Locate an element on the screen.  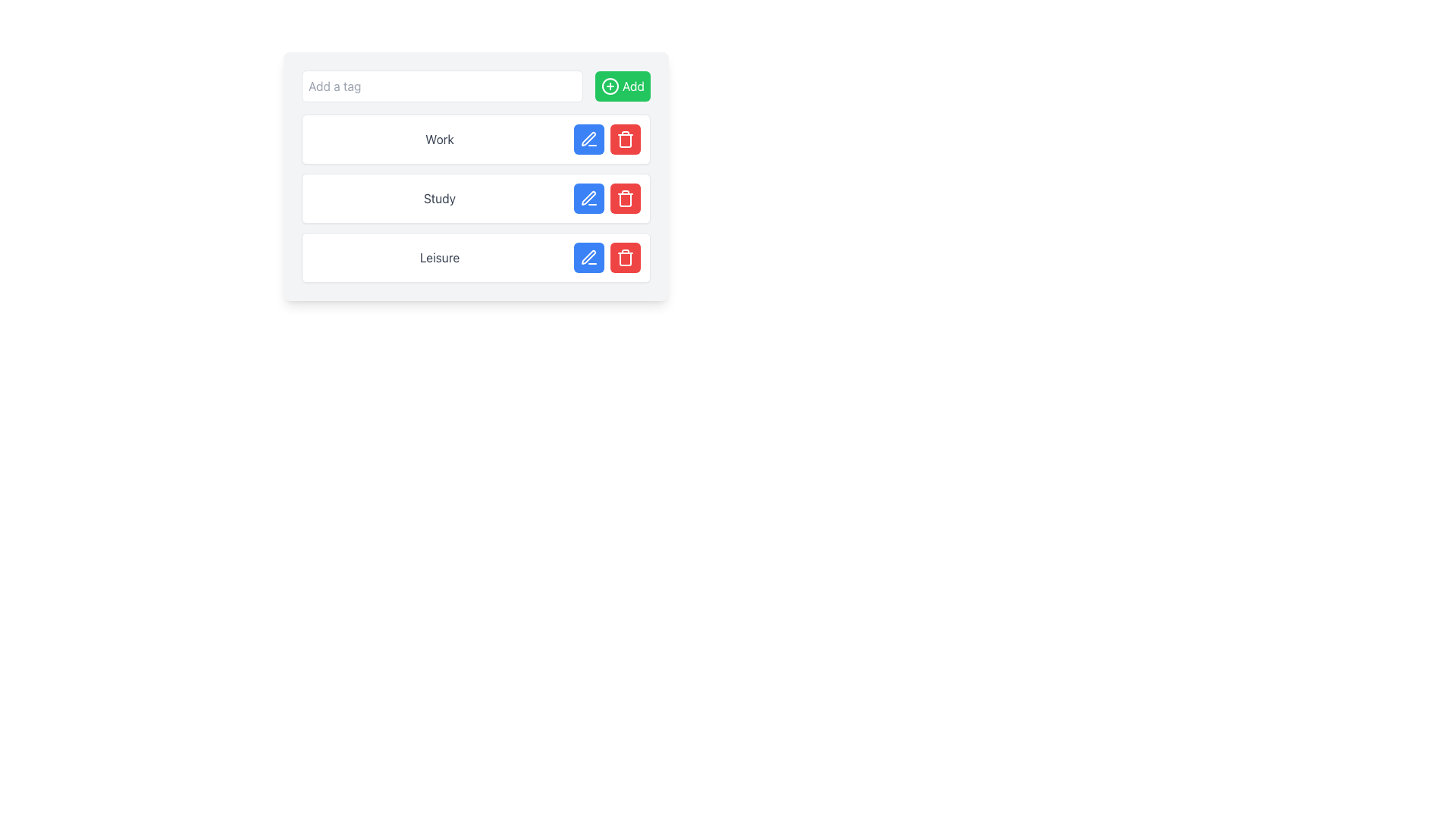
the text label that describes the category of the middle card in a vertically stacked list, positioned between 'Work' and 'Leisure', and adjacent to two buttons on its right is located at coordinates (439, 198).